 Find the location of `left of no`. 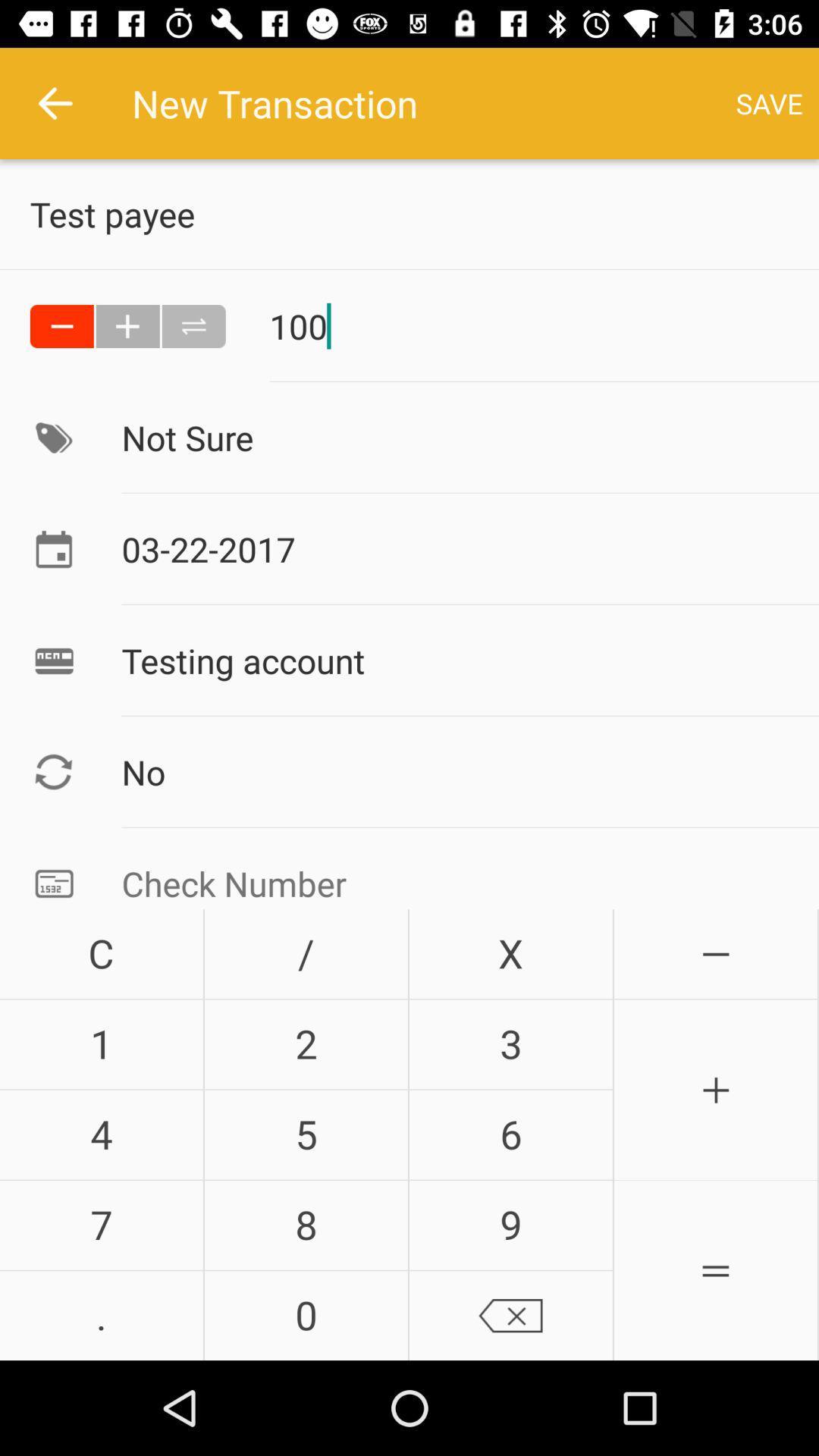

left of no is located at coordinates (53, 772).